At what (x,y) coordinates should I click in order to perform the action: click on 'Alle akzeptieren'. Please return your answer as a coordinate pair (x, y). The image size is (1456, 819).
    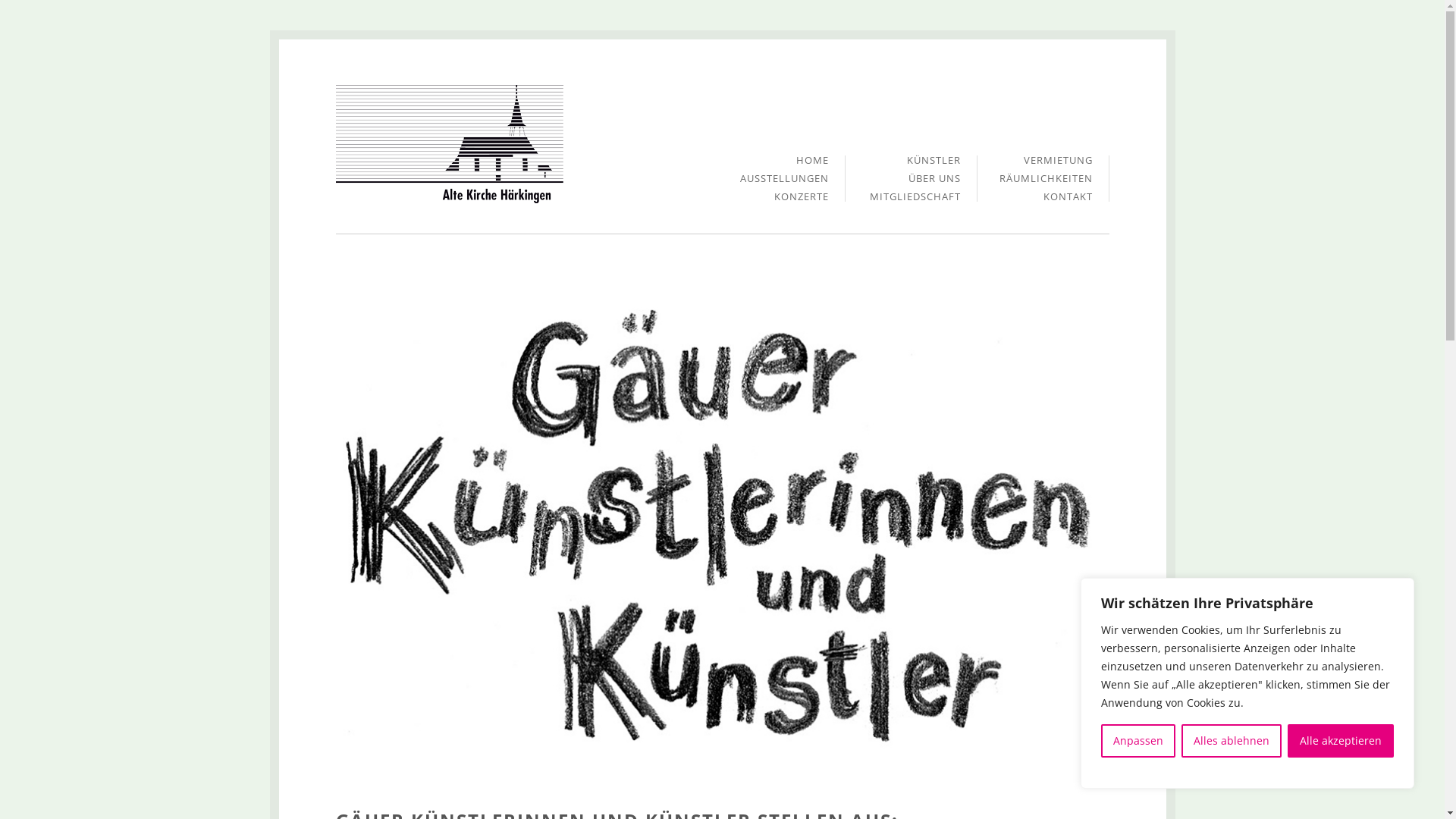
    Looking at the image, I should click on (1340, 739).